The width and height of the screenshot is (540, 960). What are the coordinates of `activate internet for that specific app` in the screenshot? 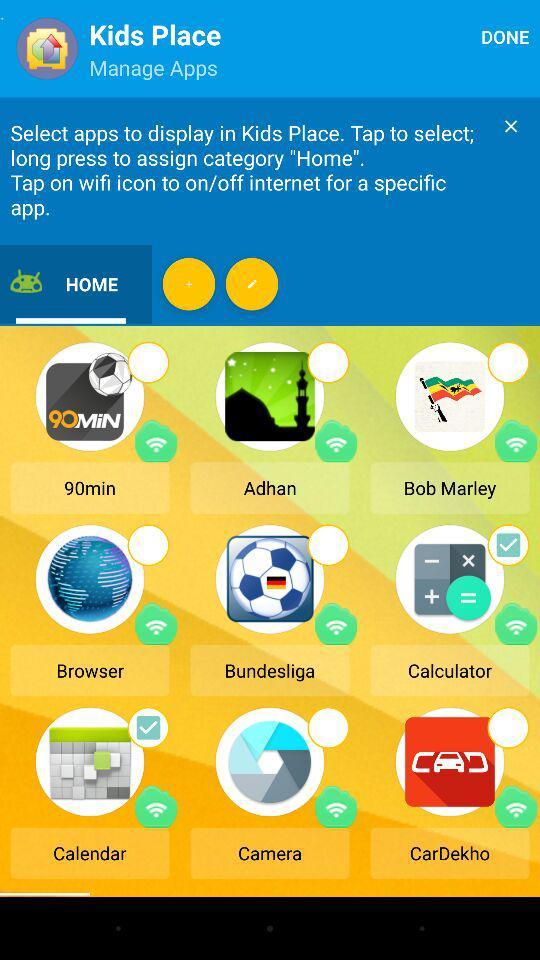 It's located at (336, 806).